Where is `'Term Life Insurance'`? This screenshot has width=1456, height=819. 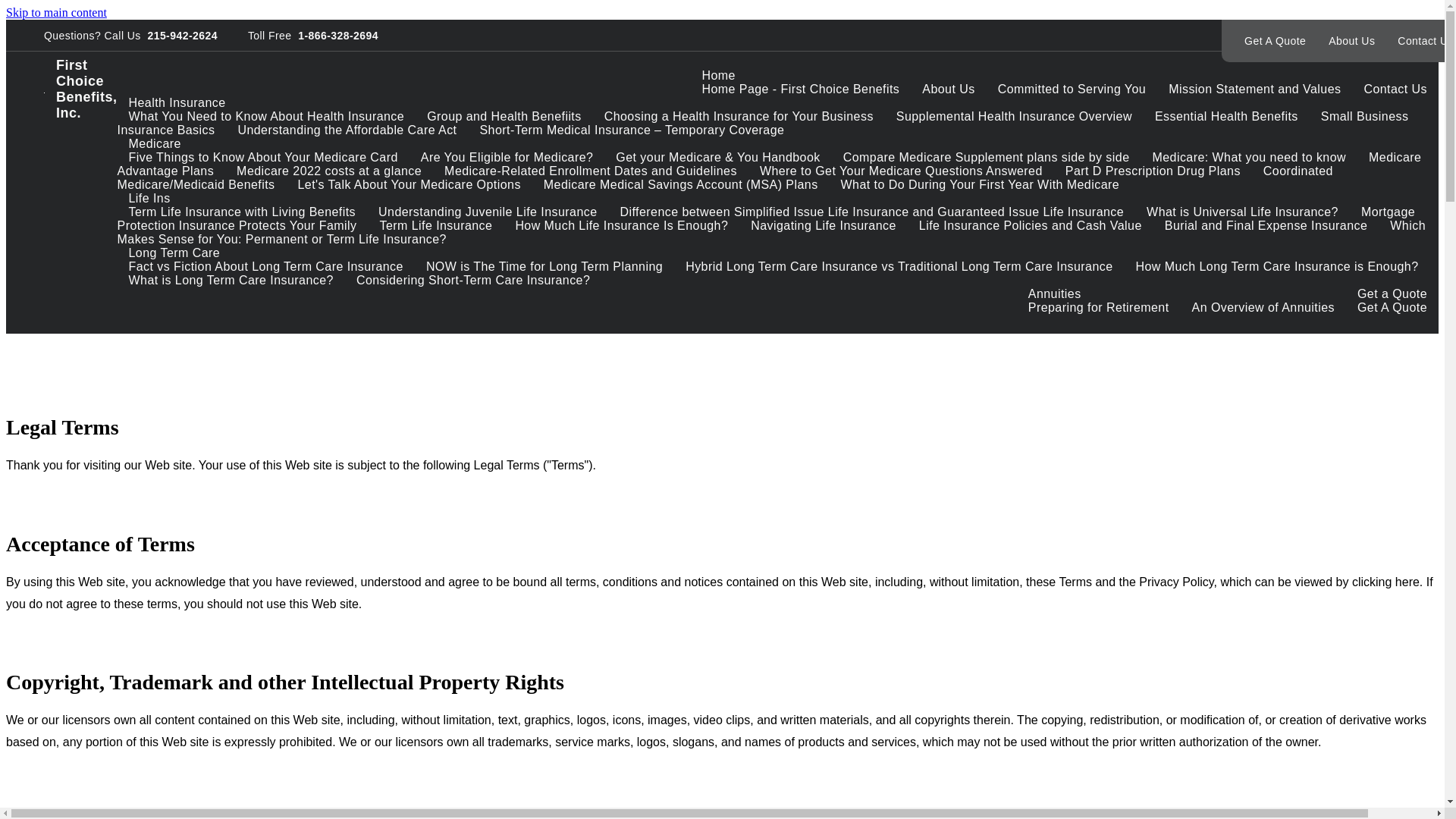
'Term Life Insurance' is located at coordinates (435, 225).